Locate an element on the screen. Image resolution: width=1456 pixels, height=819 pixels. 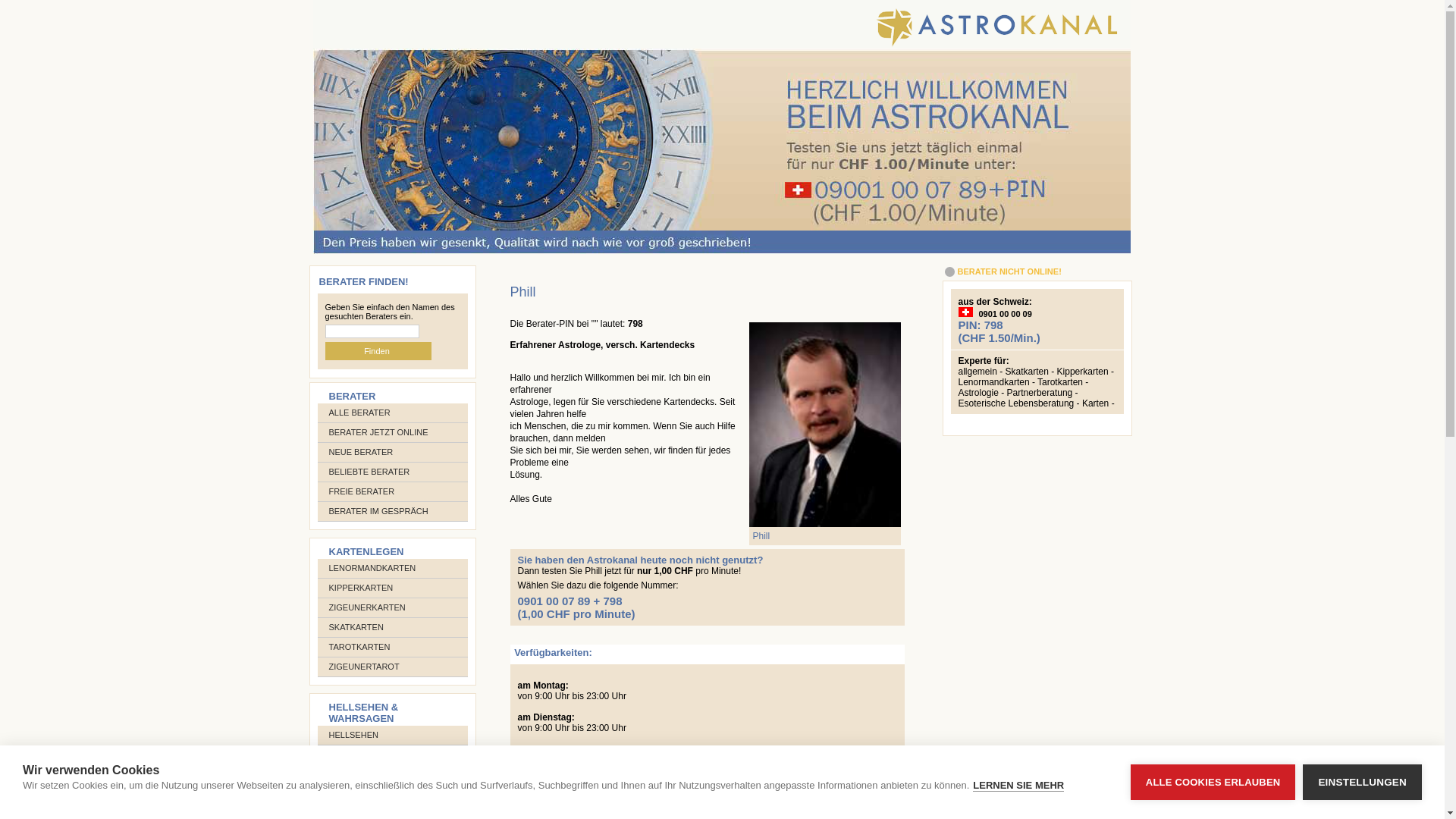
'BERATER JETZT ONLINE' is located at coordinates (378, 432).